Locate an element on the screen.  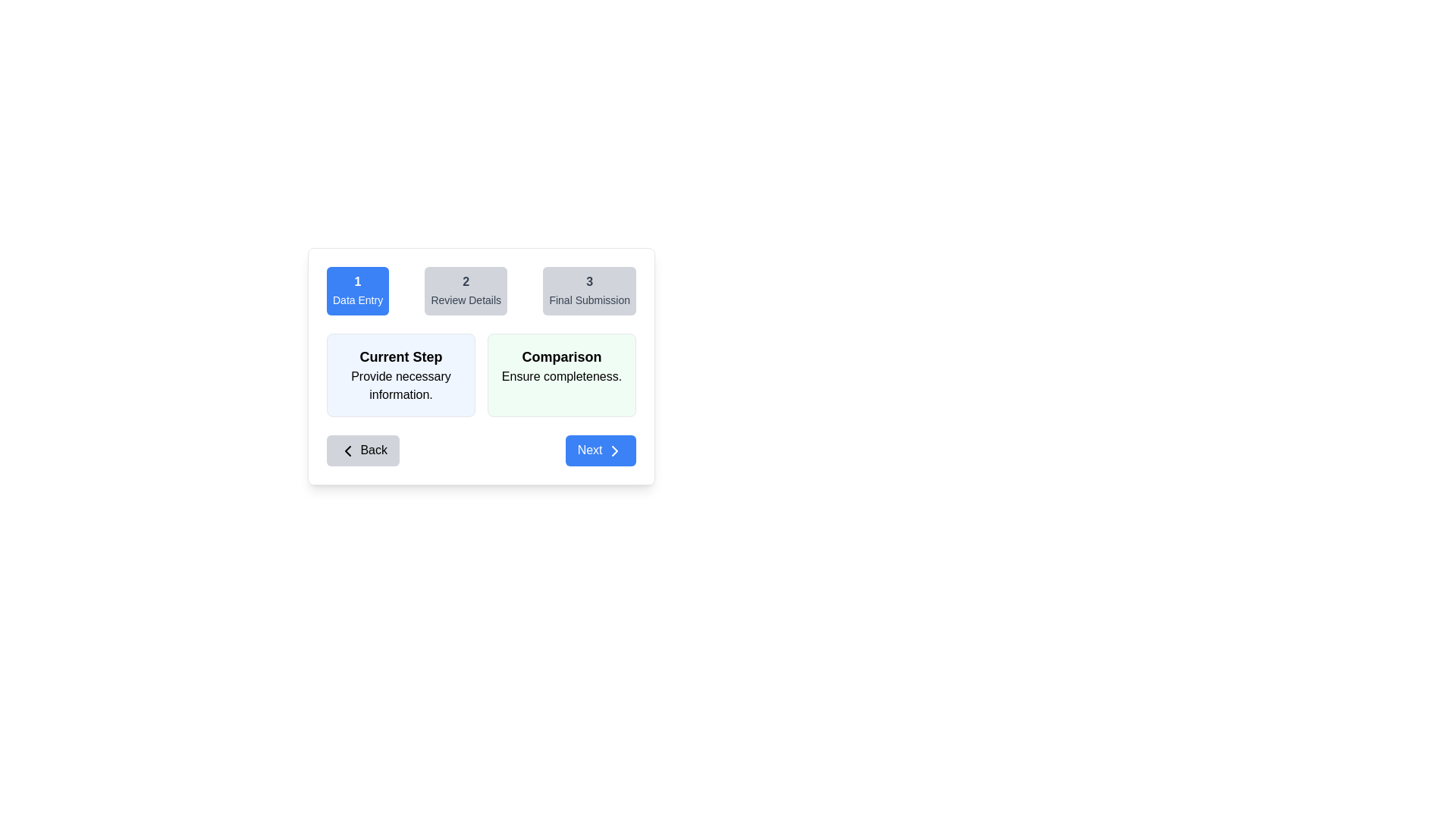
information presented in the informational card located to the right of the 'Current Step' card, positioned in a two-column layout is located at coordinates (560, 375).